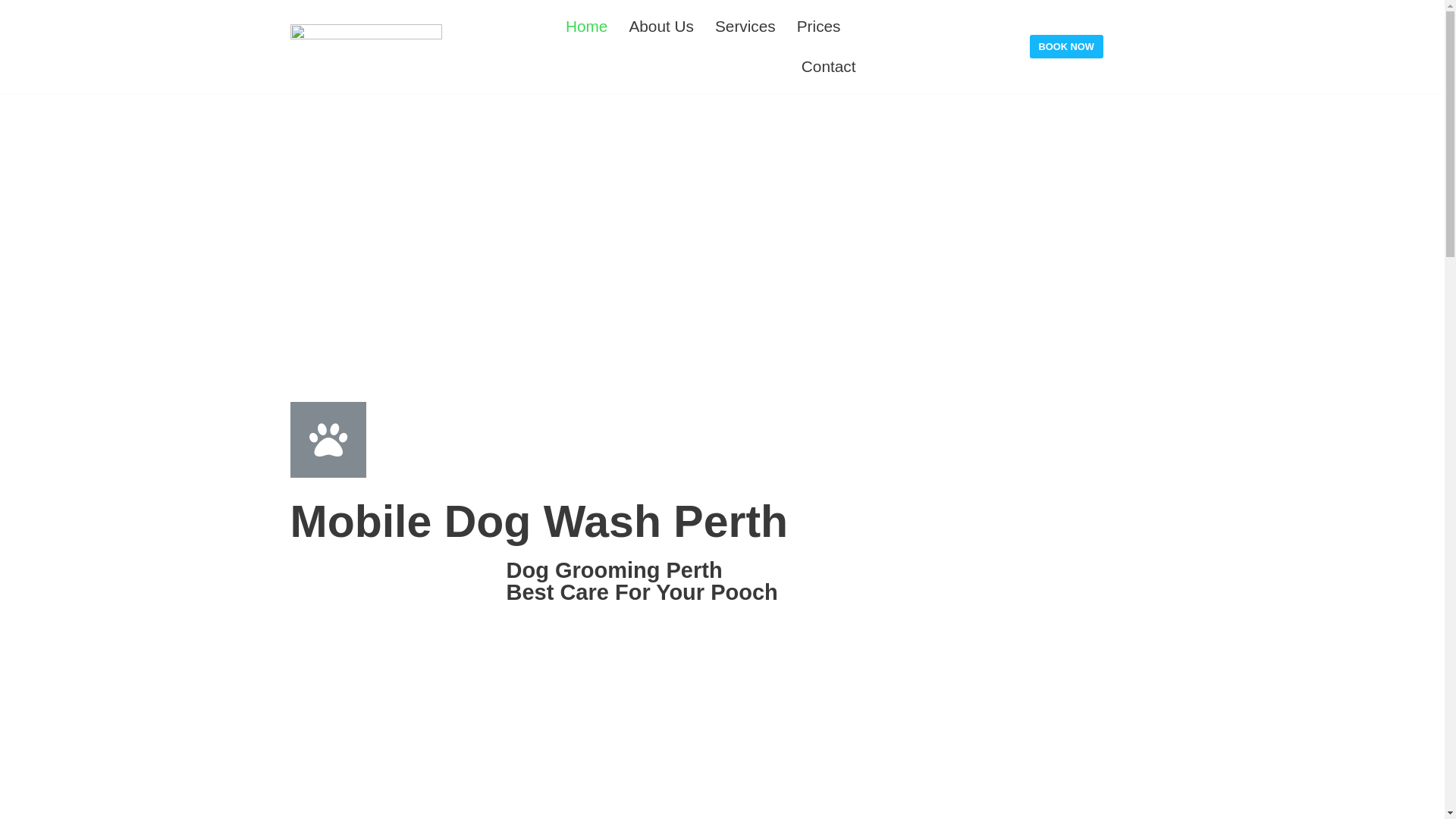  Describe the element at coordinates (1065, 45) in the screenshot. I see `'BOOK NOW'` at that location.